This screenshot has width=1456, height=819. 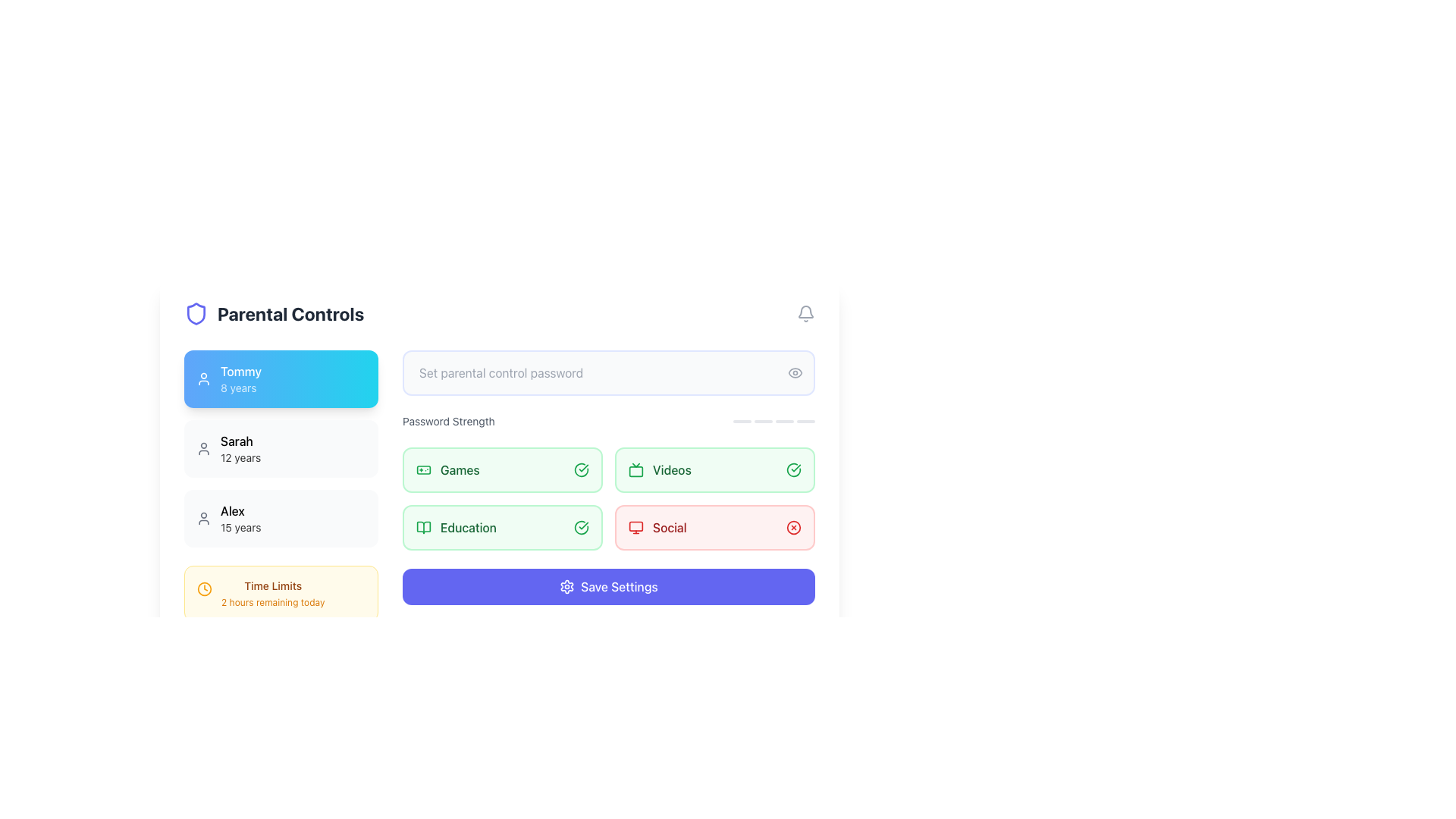 What do you see at coordinates (202, 517) in the screenshot?
I see `the user profile silhouette icon for 'Alex, 15 years', located in the vertical list of user profiles under 'Parental Controls'` at bounding box center [202, 517].